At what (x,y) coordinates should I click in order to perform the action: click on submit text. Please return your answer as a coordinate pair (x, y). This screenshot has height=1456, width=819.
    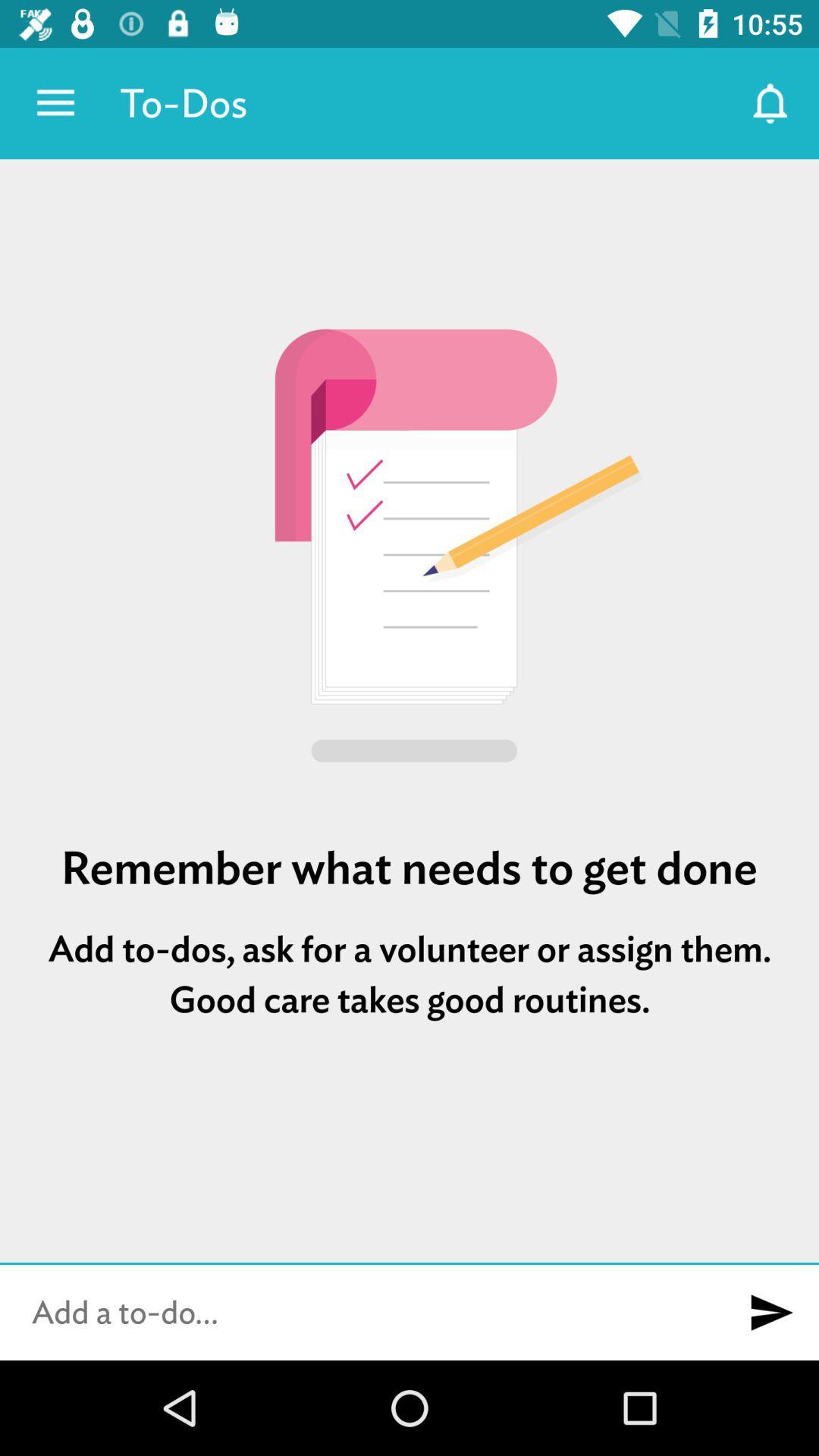
    Looking at the image, I should click on (771, 1312).